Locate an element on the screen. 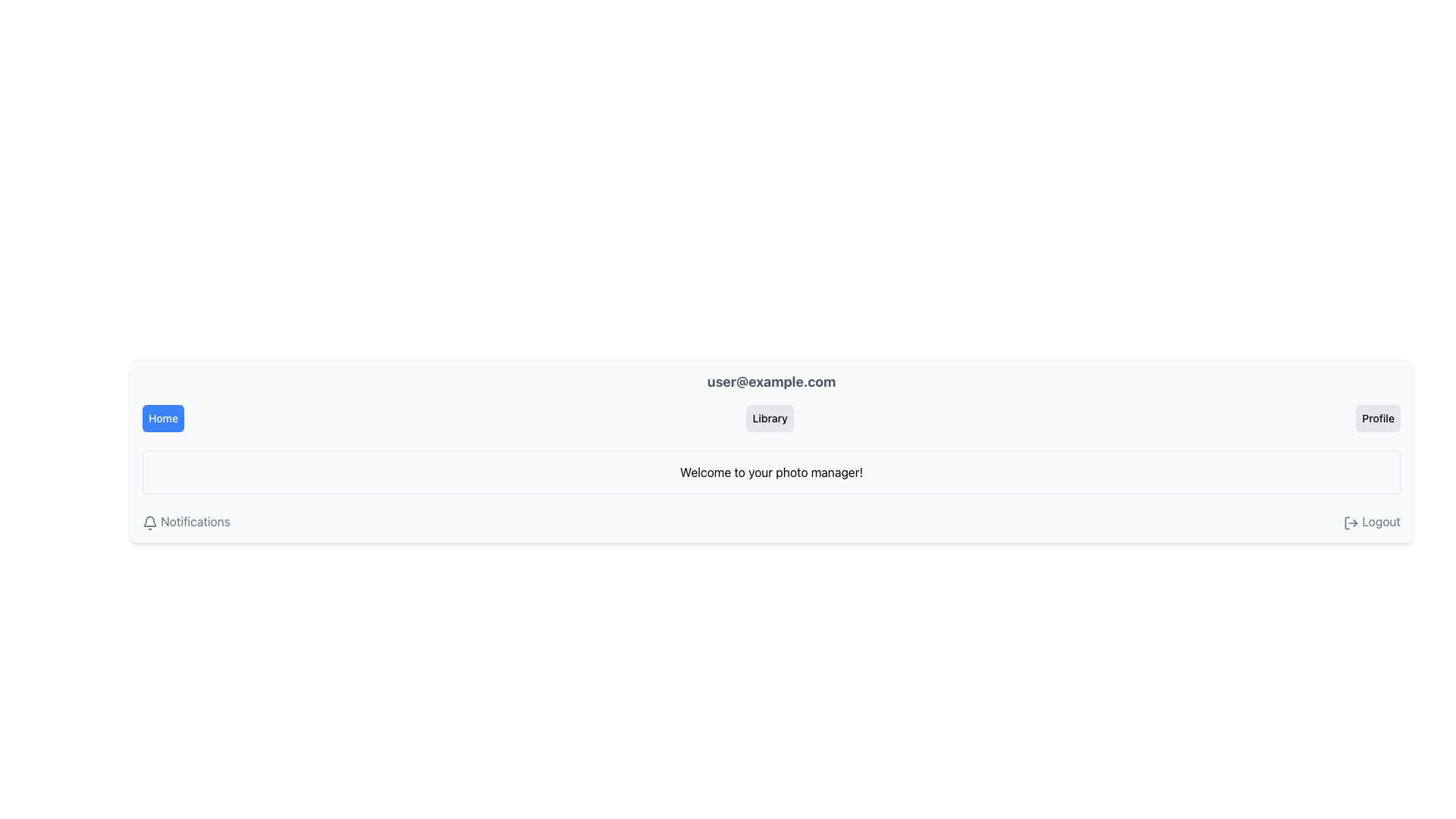 The width and height of the screenshot is (1456, 819). the Notification bell icon, which is a minimalist design with a thin stroke outline, located adjacent to the 'Notifications' label in the lower-left section of the interface is located at coordinates (149, 522).